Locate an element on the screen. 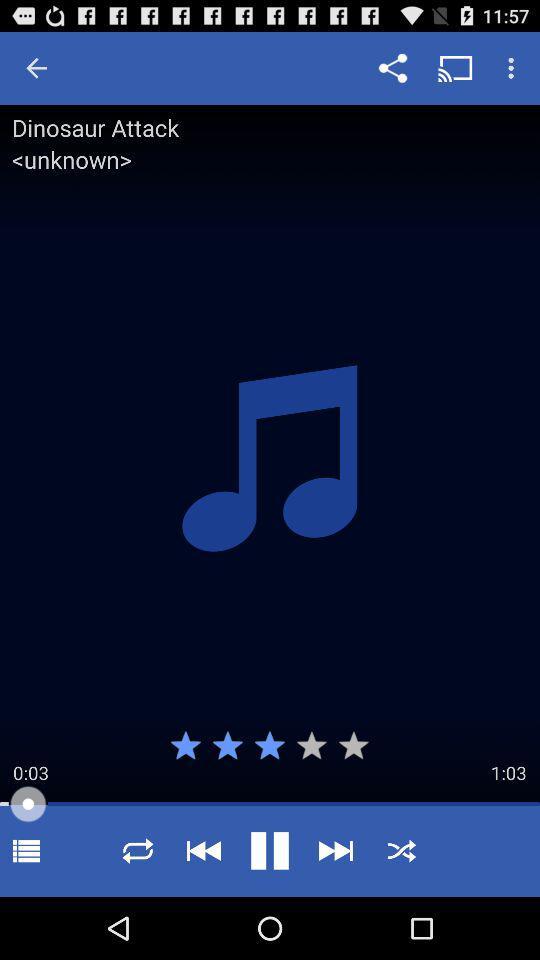 The image size is (540, 960). playlist is located at coordinates (25, 850).